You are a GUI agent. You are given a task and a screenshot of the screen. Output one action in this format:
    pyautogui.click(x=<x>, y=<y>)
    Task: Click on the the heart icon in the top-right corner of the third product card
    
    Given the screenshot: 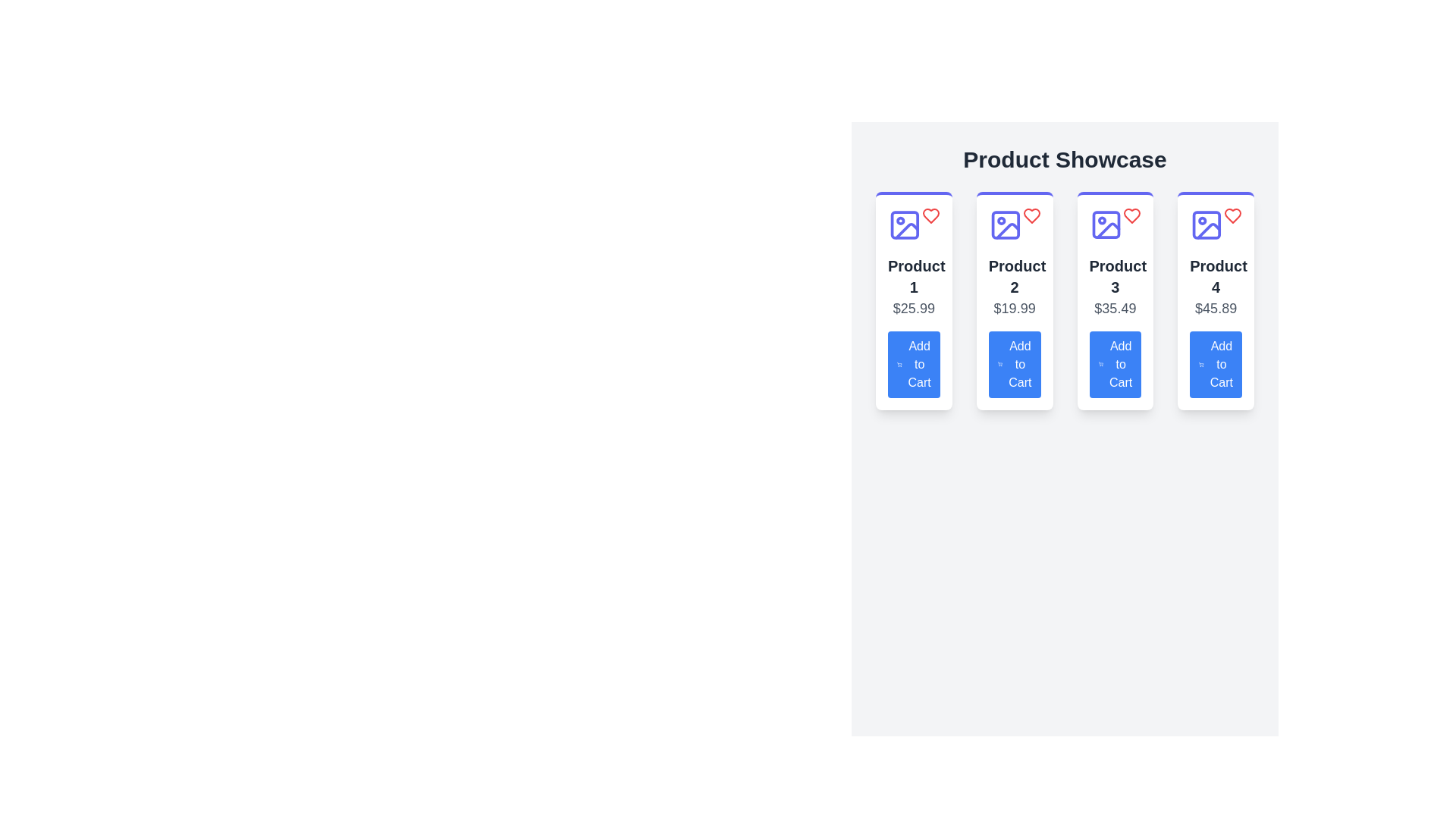 What is the action you would take?
    pyautogui.click(x=1132, y=216)
    